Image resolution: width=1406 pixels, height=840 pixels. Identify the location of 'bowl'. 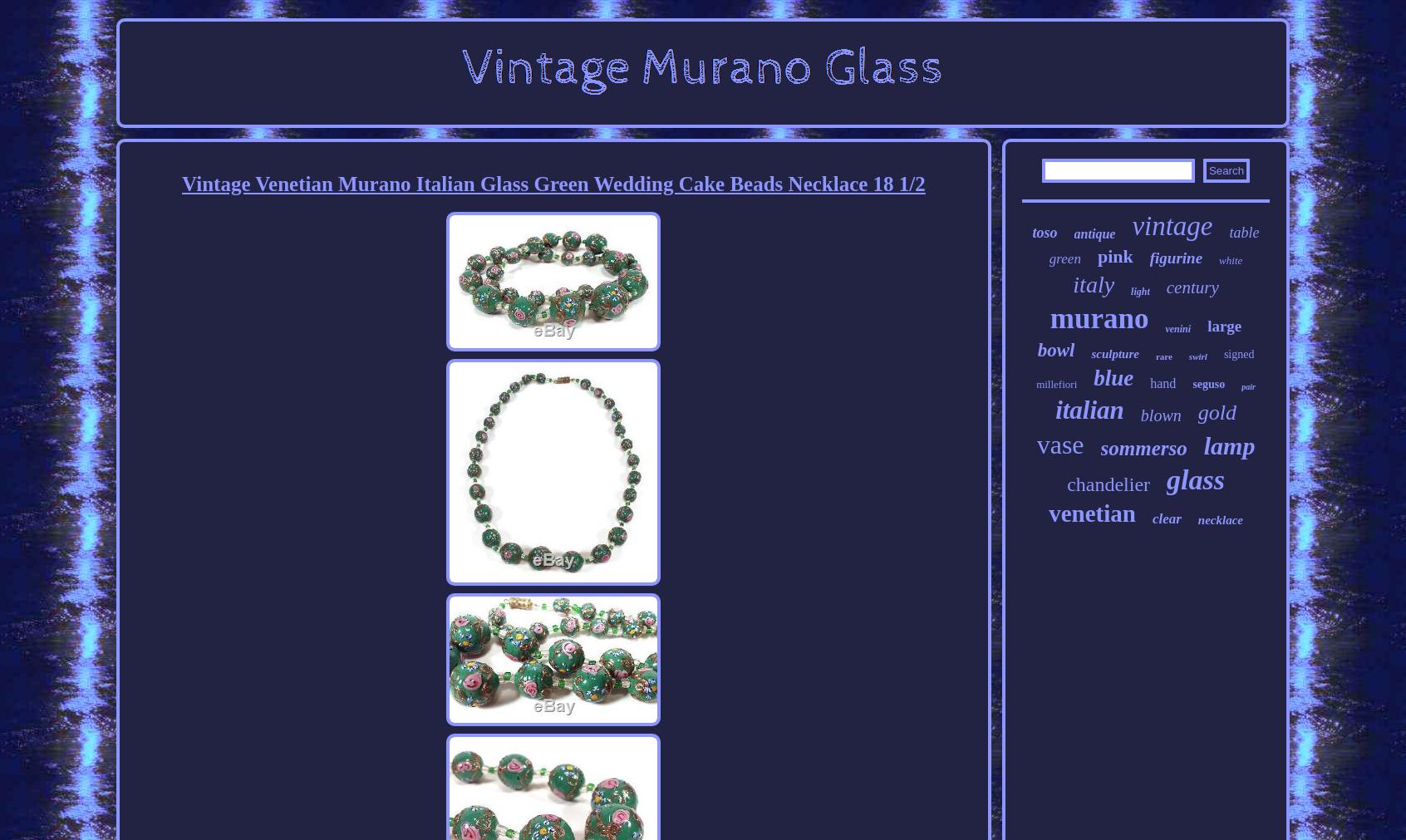
(1054, 349).